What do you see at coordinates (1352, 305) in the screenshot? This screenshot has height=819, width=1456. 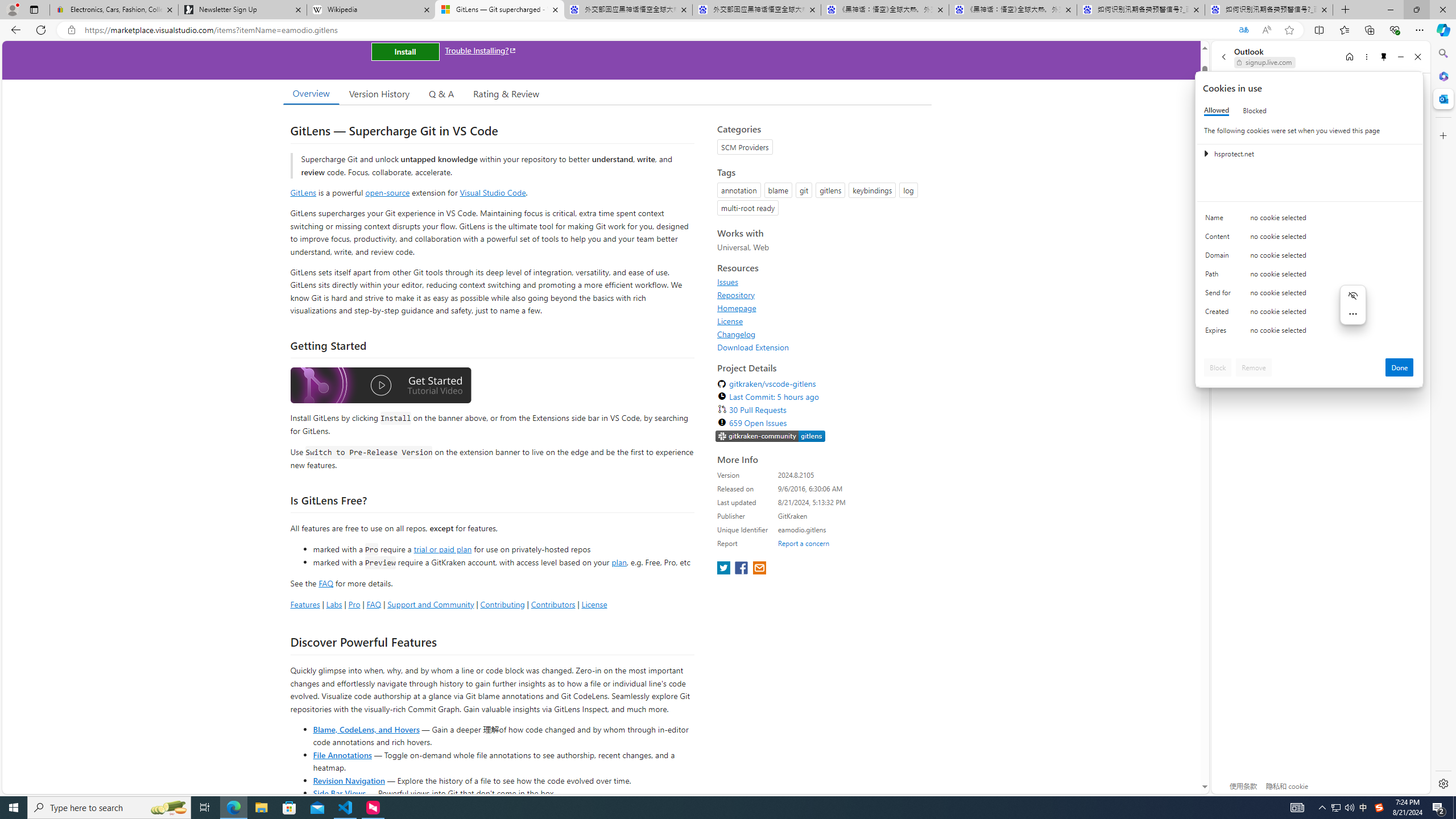 I see `'Mini menu on text selection'` at bounding box center [1352, 305].